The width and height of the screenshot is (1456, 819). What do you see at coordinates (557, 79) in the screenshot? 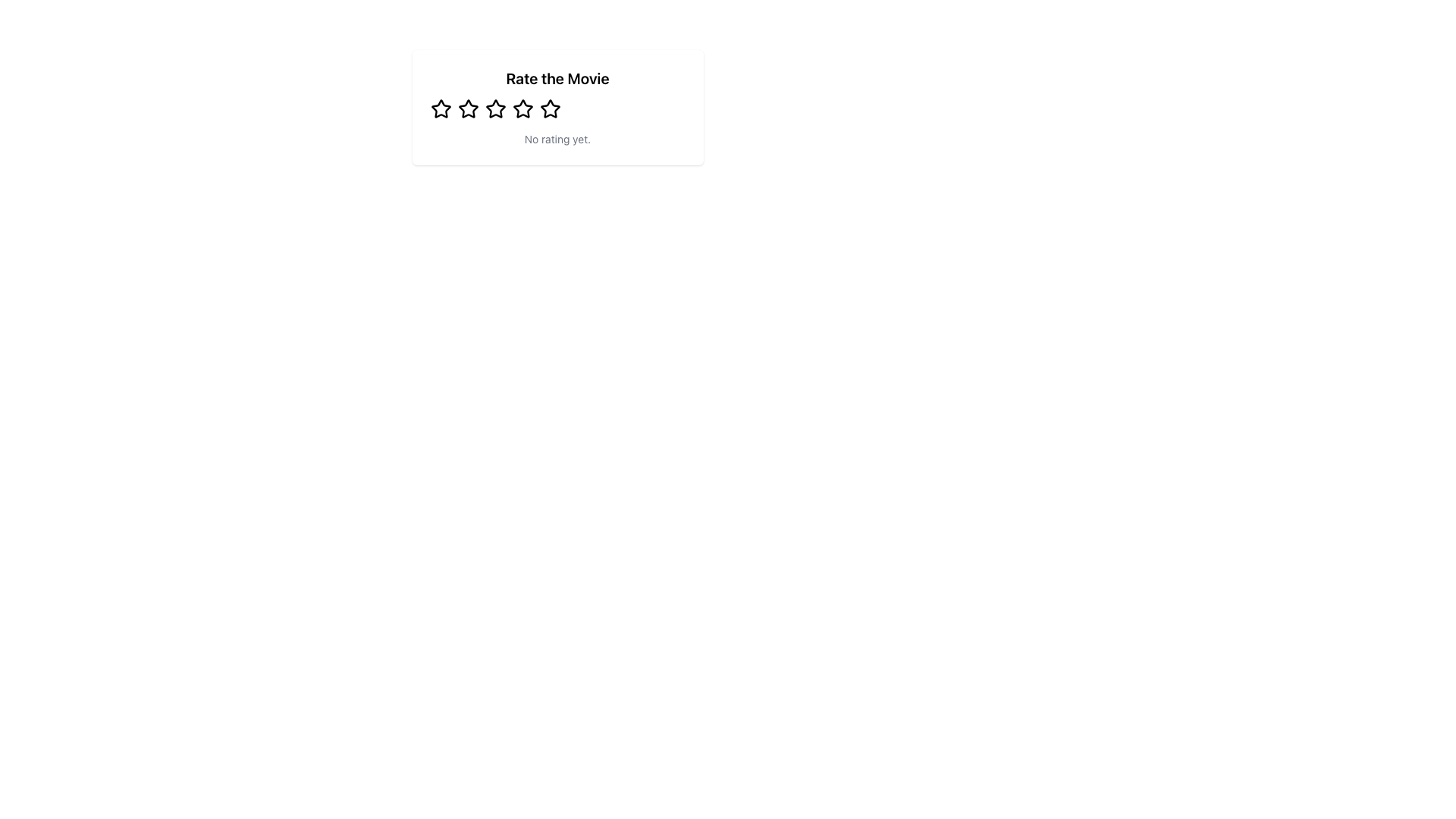
I see `the bold text label that says 'Rate the Movie', which is positioned at the top of the rating feature section` at bounding box center [557, 79].